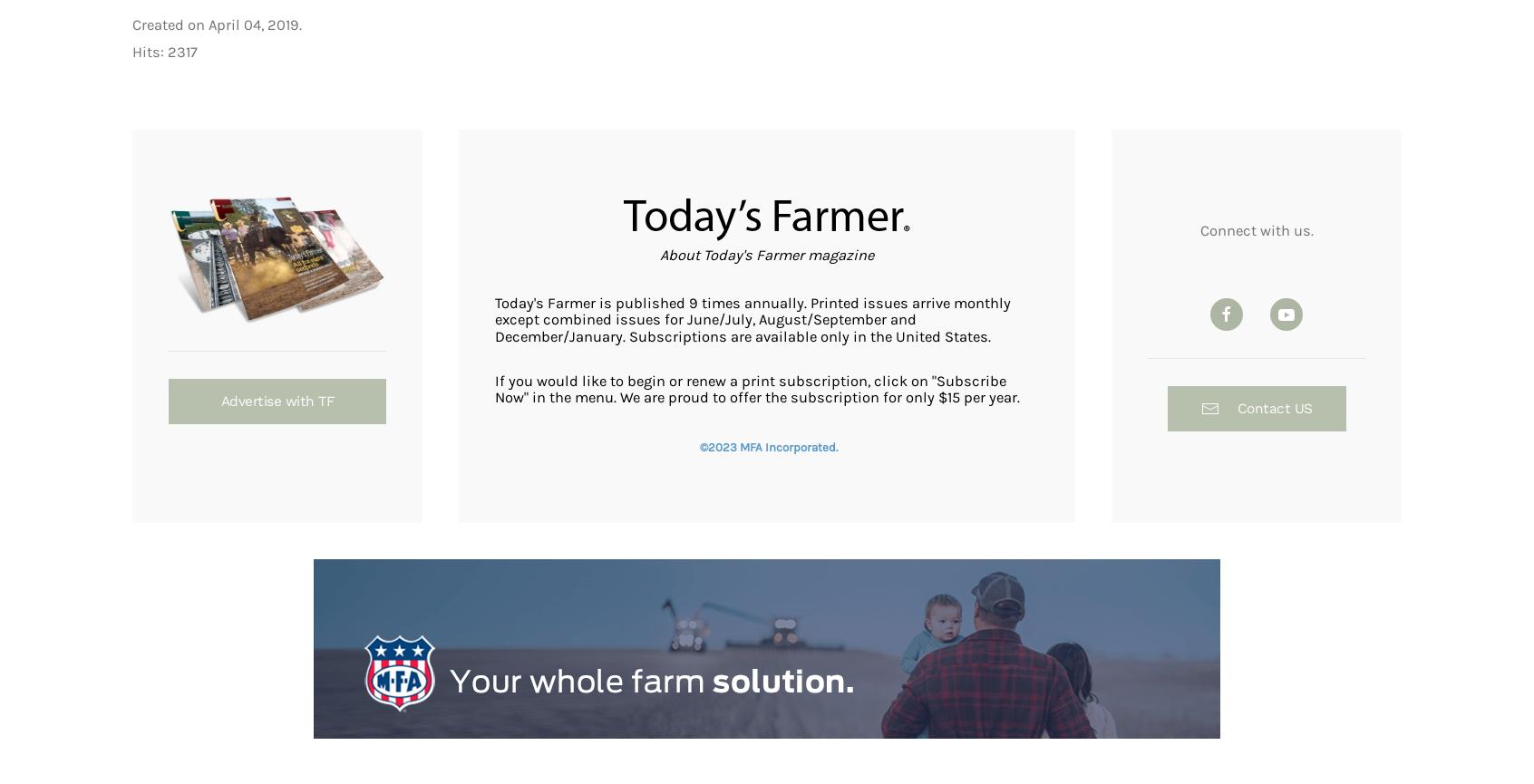 Image resolution: width=1534 pixels, height=784 pixels. Describe the element at coordinates (767, 445) in the screenshot. I see `'©2023 MFA Incorporated.'` at that location.